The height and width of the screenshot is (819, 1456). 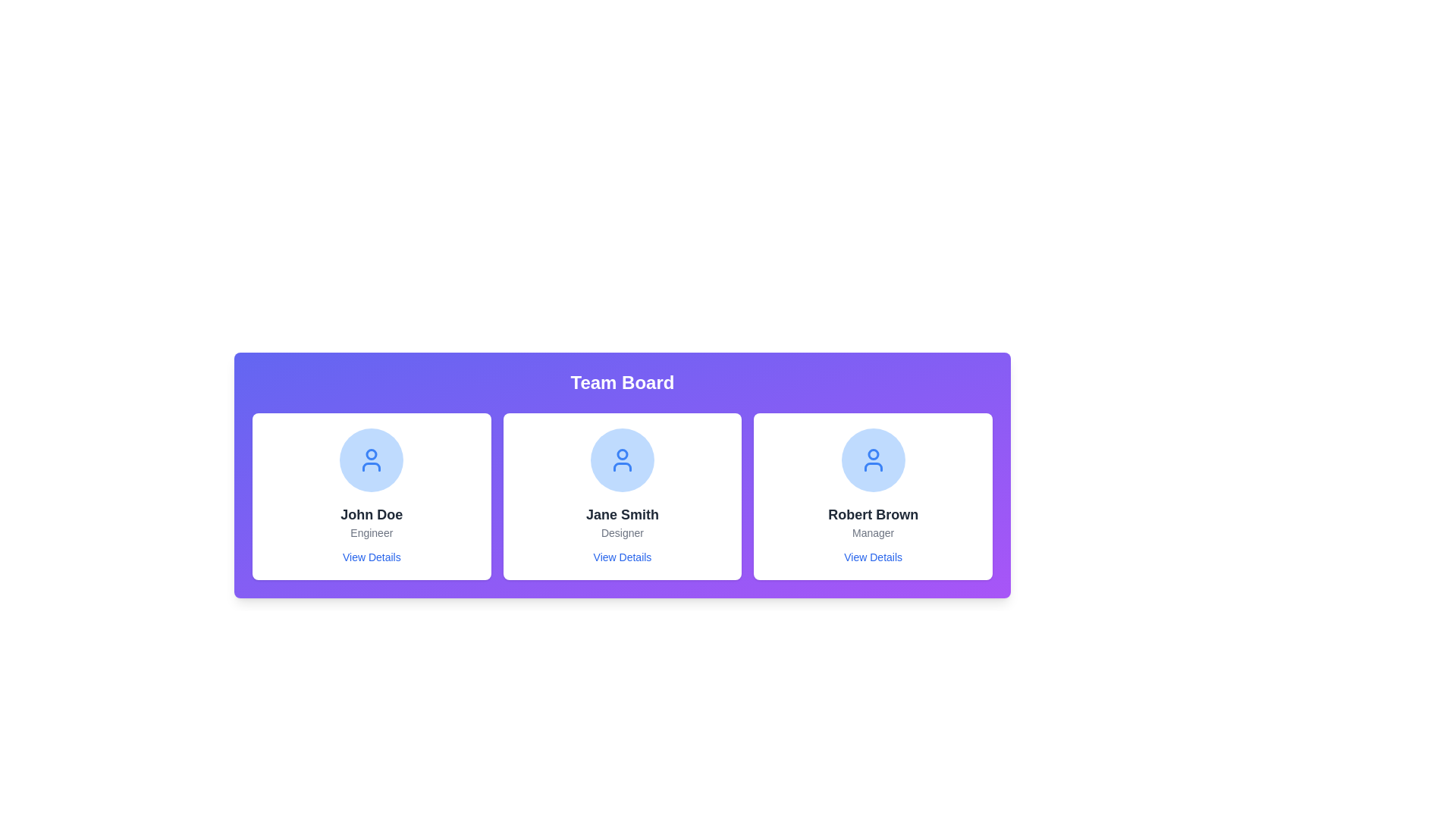 What do you see at coordinates (873, 497) in the screenshot?
I see `the profile card displaying 'Robert Brown', which includes a round blue icon and the link 'View Details' at the bottom, for context menu options` at bounding box center [873, 497].